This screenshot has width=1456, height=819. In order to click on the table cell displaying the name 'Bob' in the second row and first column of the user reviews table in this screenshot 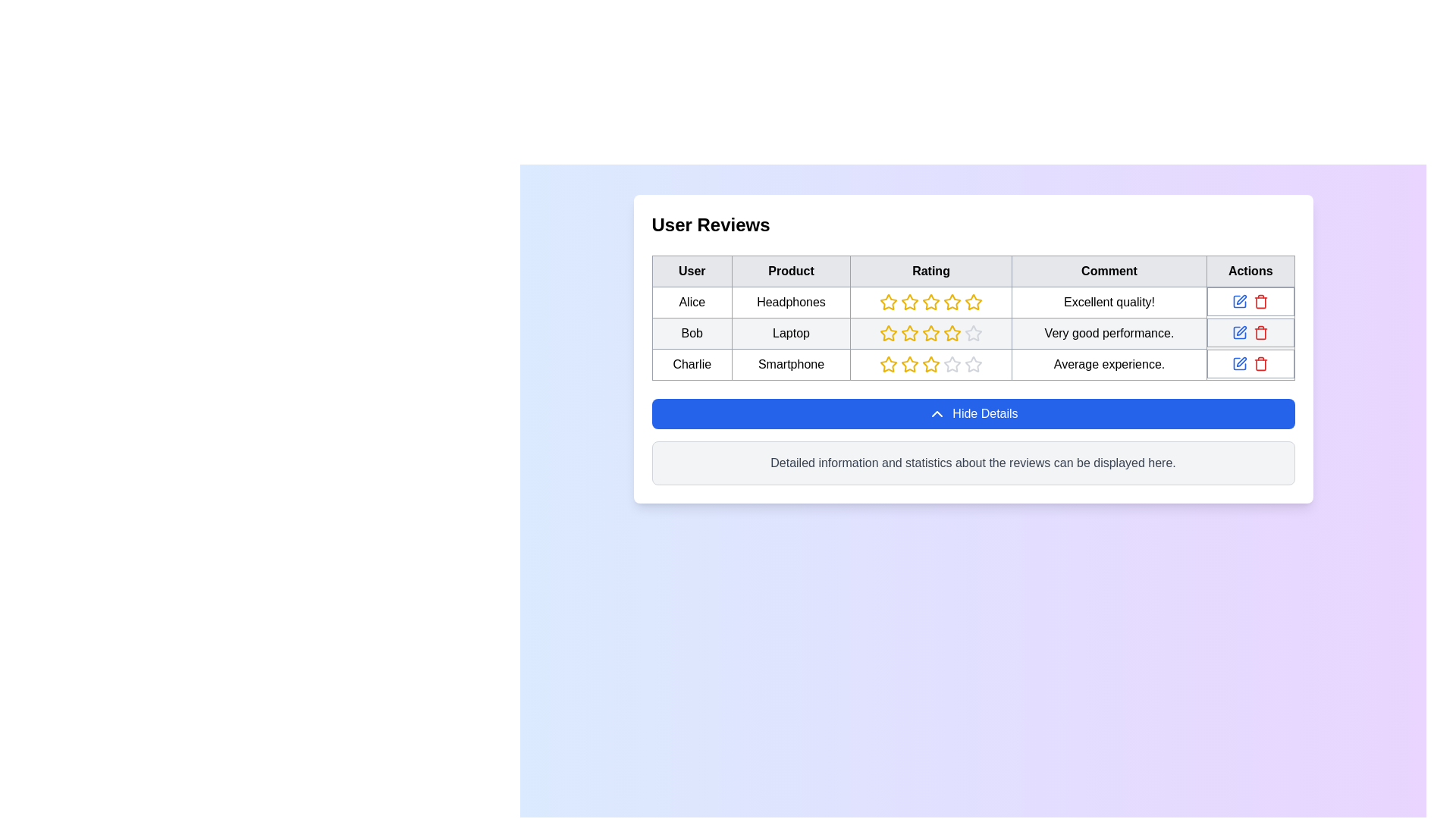, I will do `click(691, 332)`.